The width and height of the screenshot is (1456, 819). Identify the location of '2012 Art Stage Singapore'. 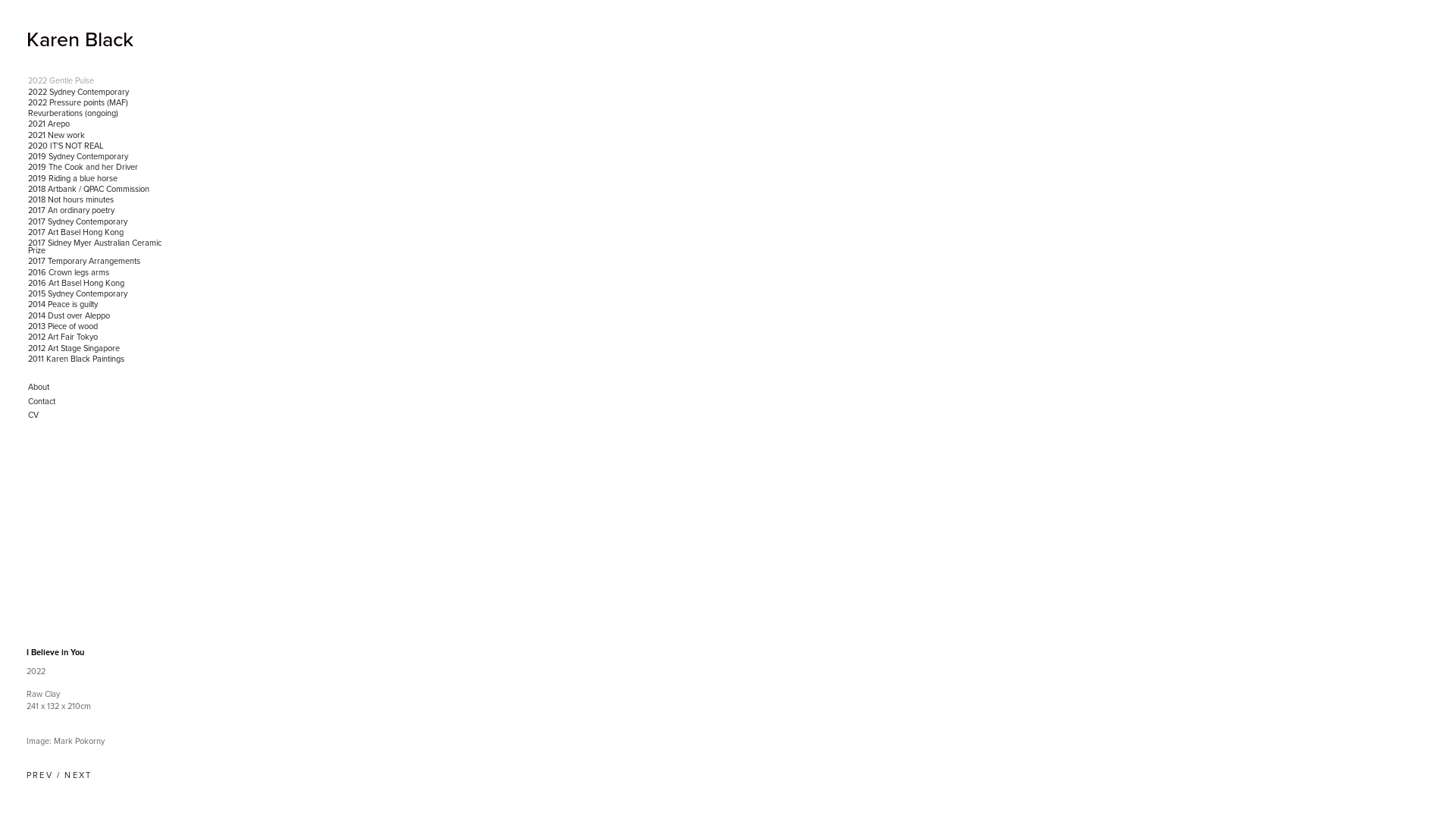
(97, 348).